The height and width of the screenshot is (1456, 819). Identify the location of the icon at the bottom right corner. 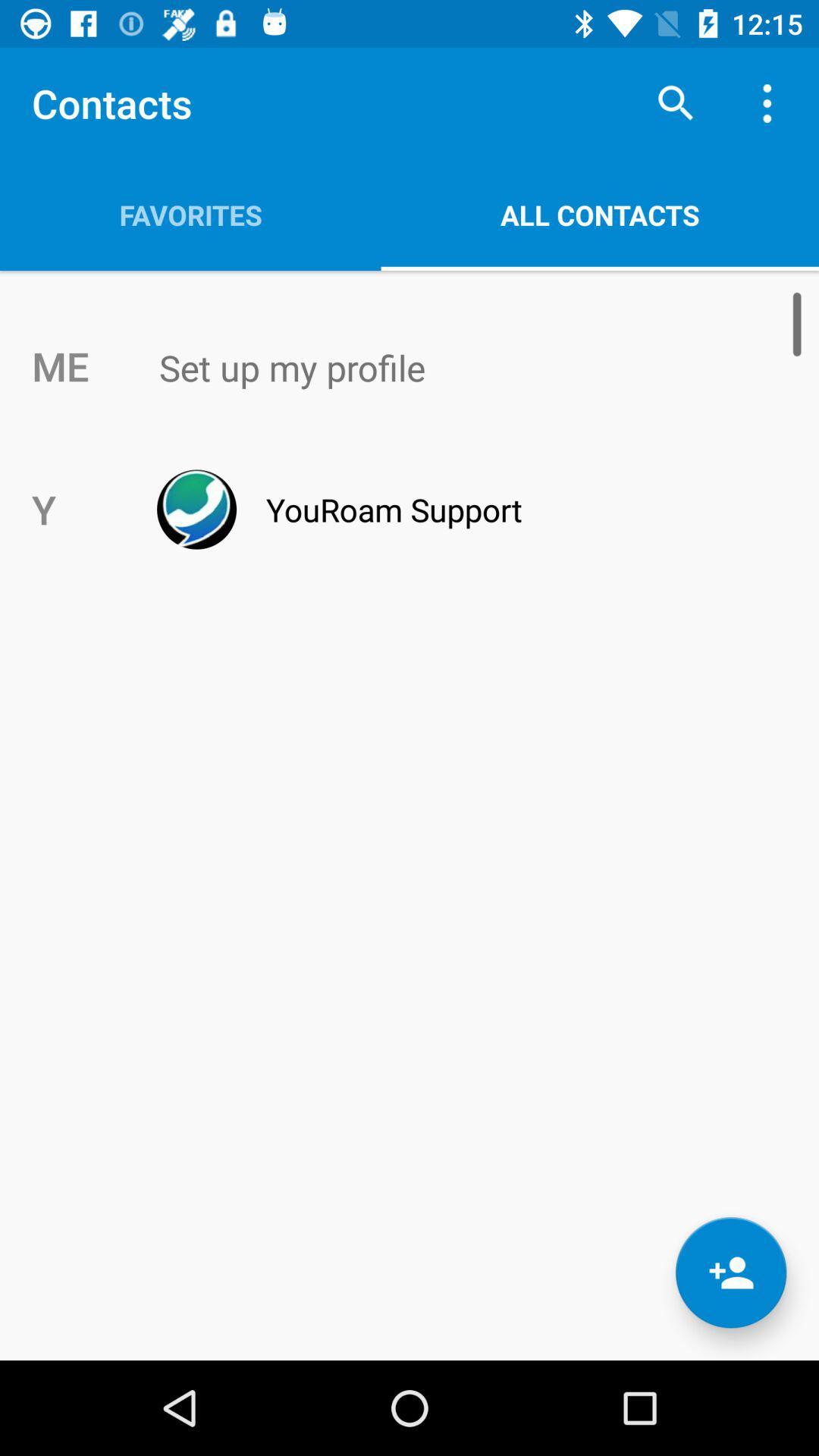
(730, 1272).